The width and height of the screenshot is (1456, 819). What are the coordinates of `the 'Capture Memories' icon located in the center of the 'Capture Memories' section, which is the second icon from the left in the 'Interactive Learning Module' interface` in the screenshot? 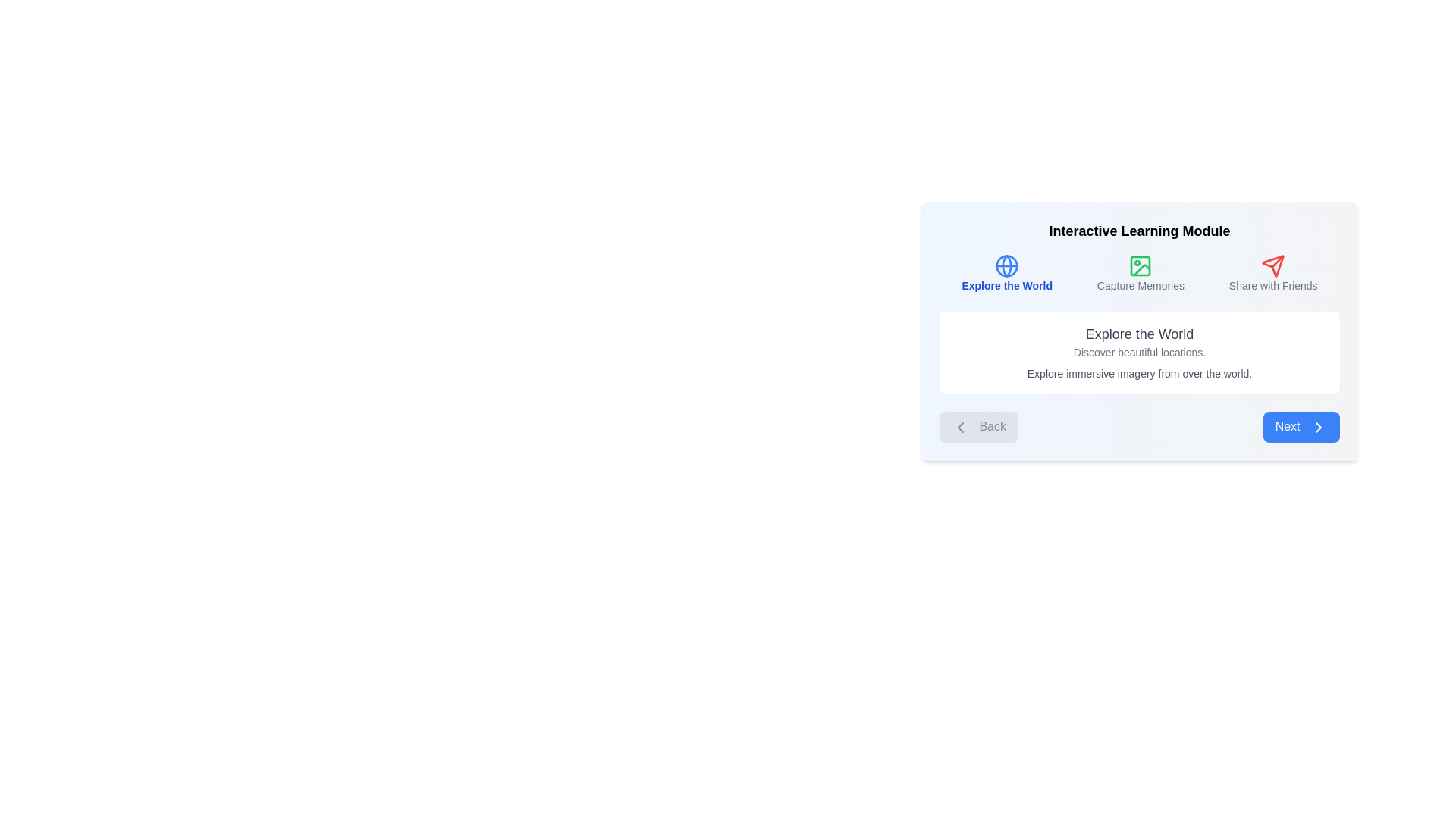 It's located at (1141, 265).